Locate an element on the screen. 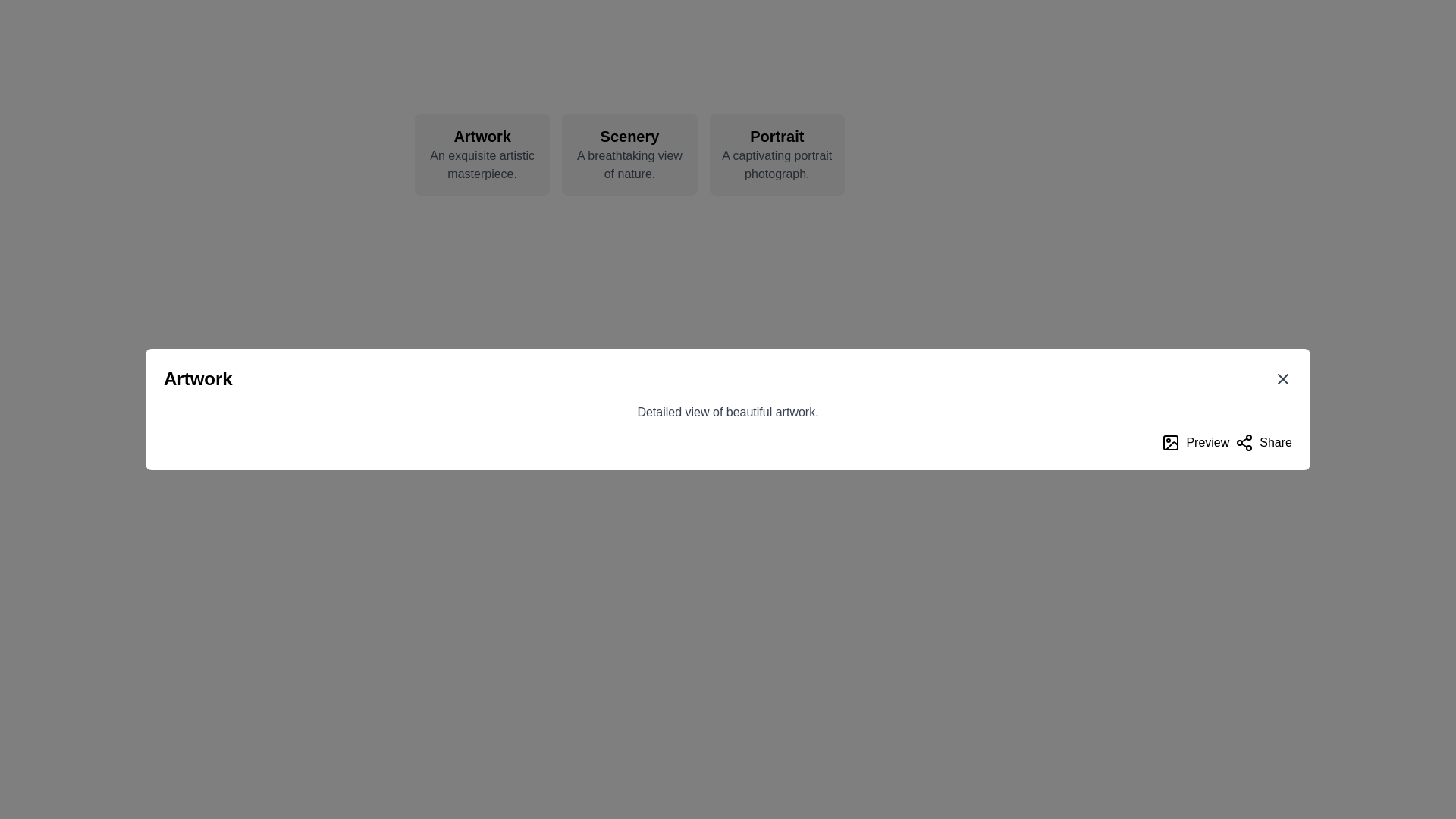 This screenshot has width=1456, height=819. the diagonal line segment of the SVG vector graphic located in the bottom right corner of the interface, which is part of an image or photograph icon is located at coordinates (1171, 445).